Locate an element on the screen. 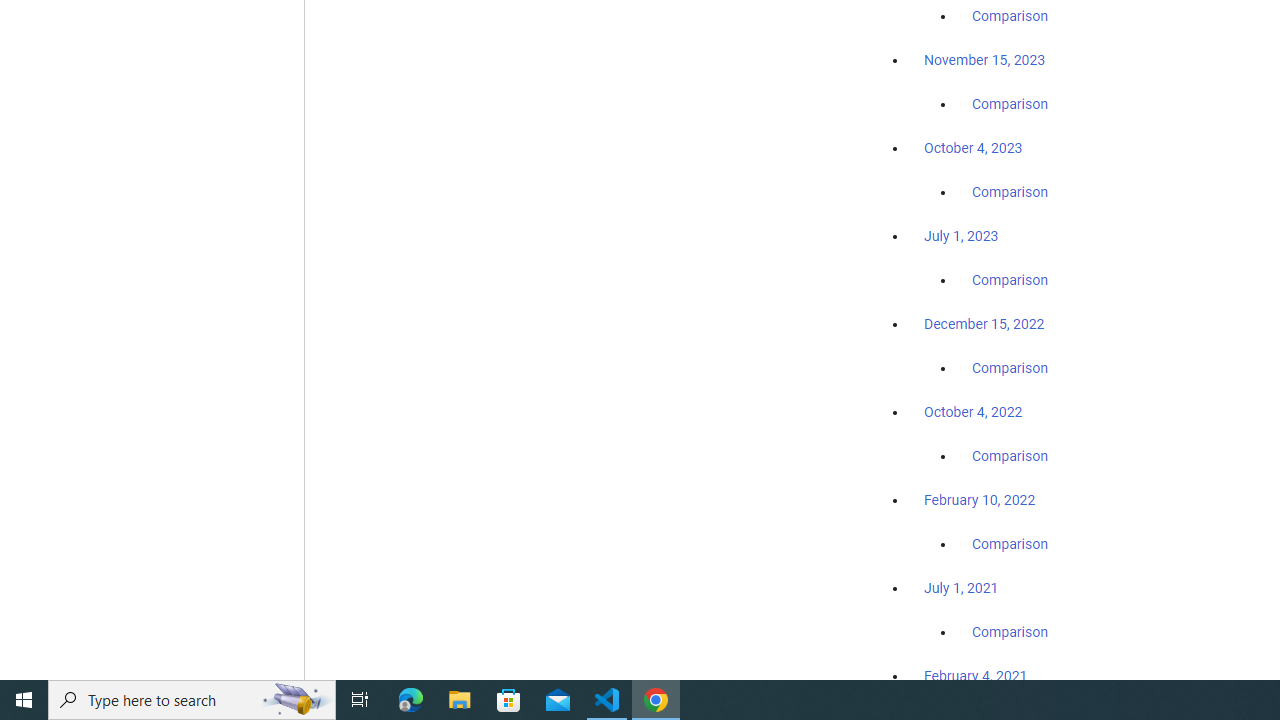 Image resolution: width=1280 pixels, height=720 pixels. 'October 4, 2022' is located at coordinates (973, 411).